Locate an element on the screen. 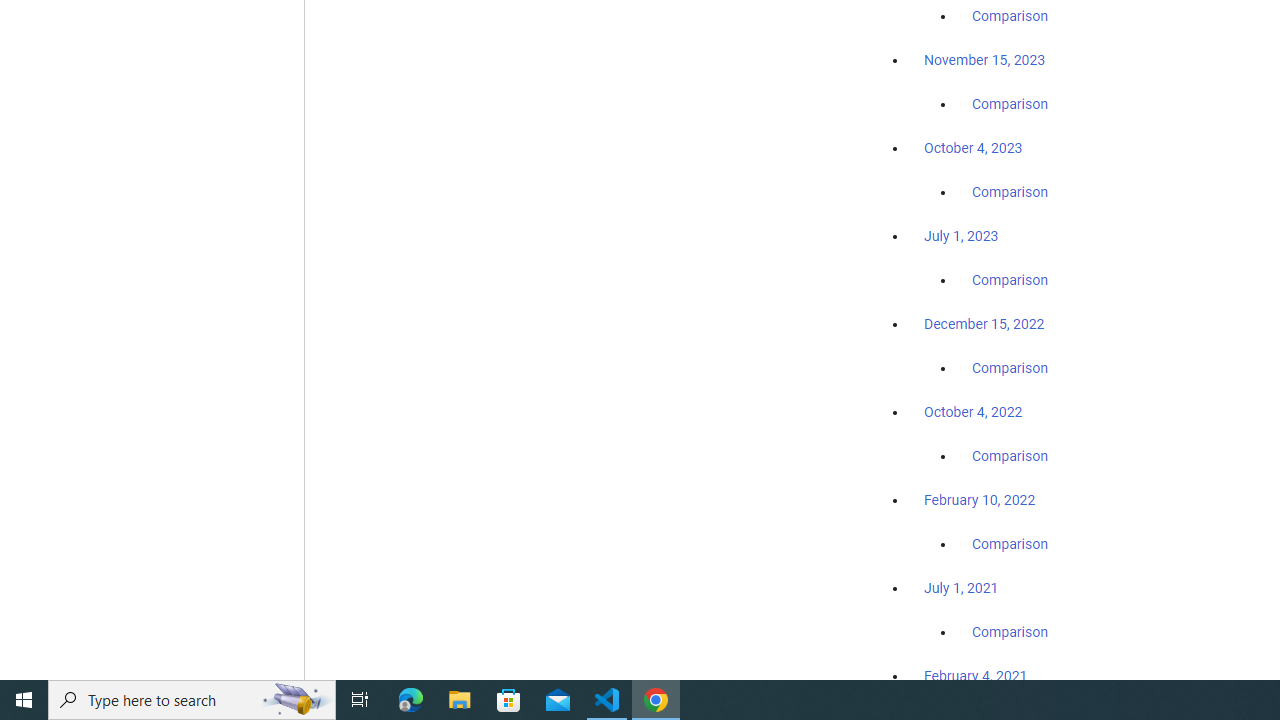 Image resolution: width=1280 pixels, height=720 pixels. 'October 4, 2022' is located at coordinates (973, 411).